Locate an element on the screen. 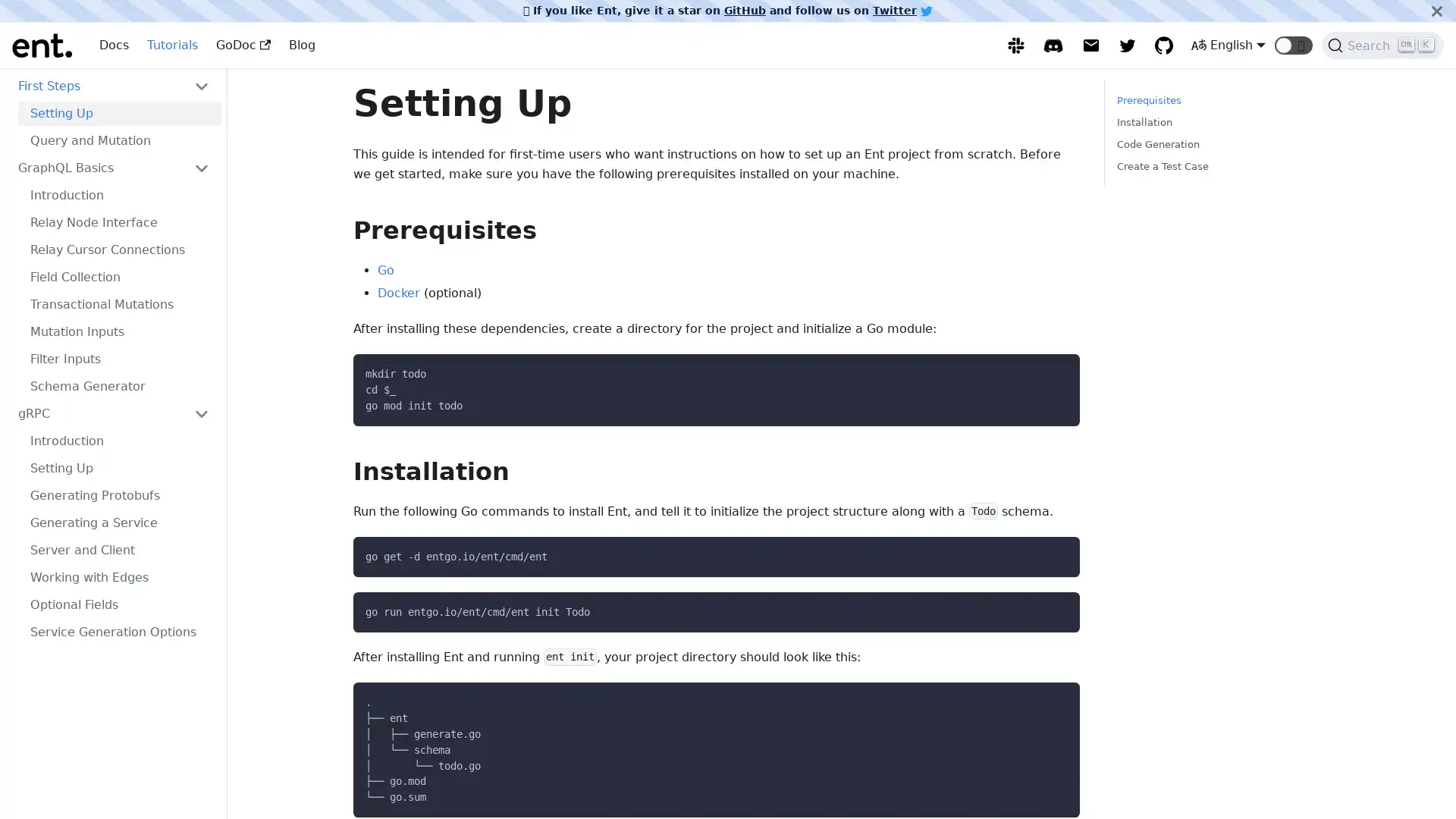 The height and width of the screenshot is (819, 1456). Copy code to clipboard is located at coordinates (1054, 370).